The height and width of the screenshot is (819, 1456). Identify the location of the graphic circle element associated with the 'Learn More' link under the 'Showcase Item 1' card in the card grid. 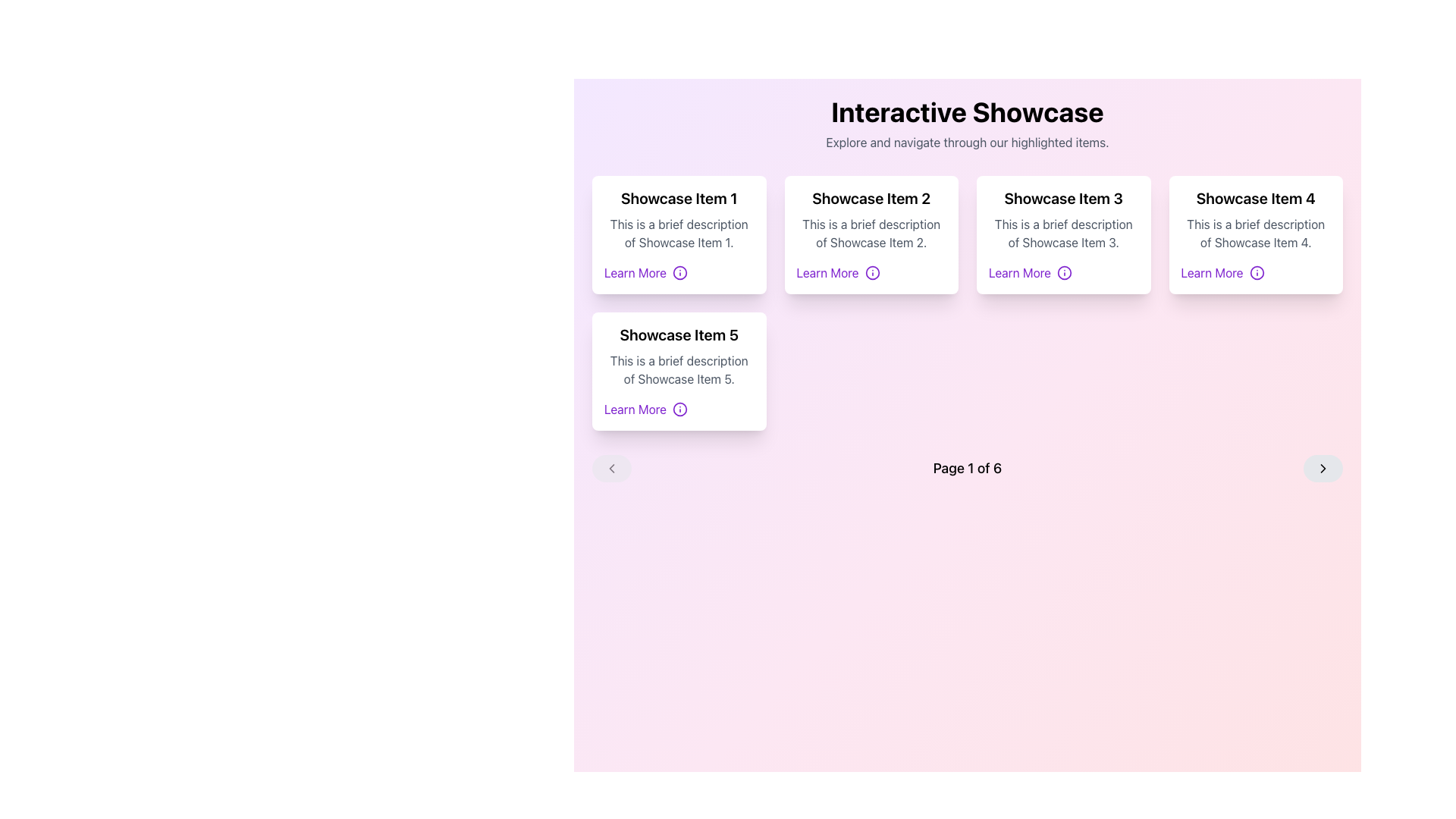
(679, 271).